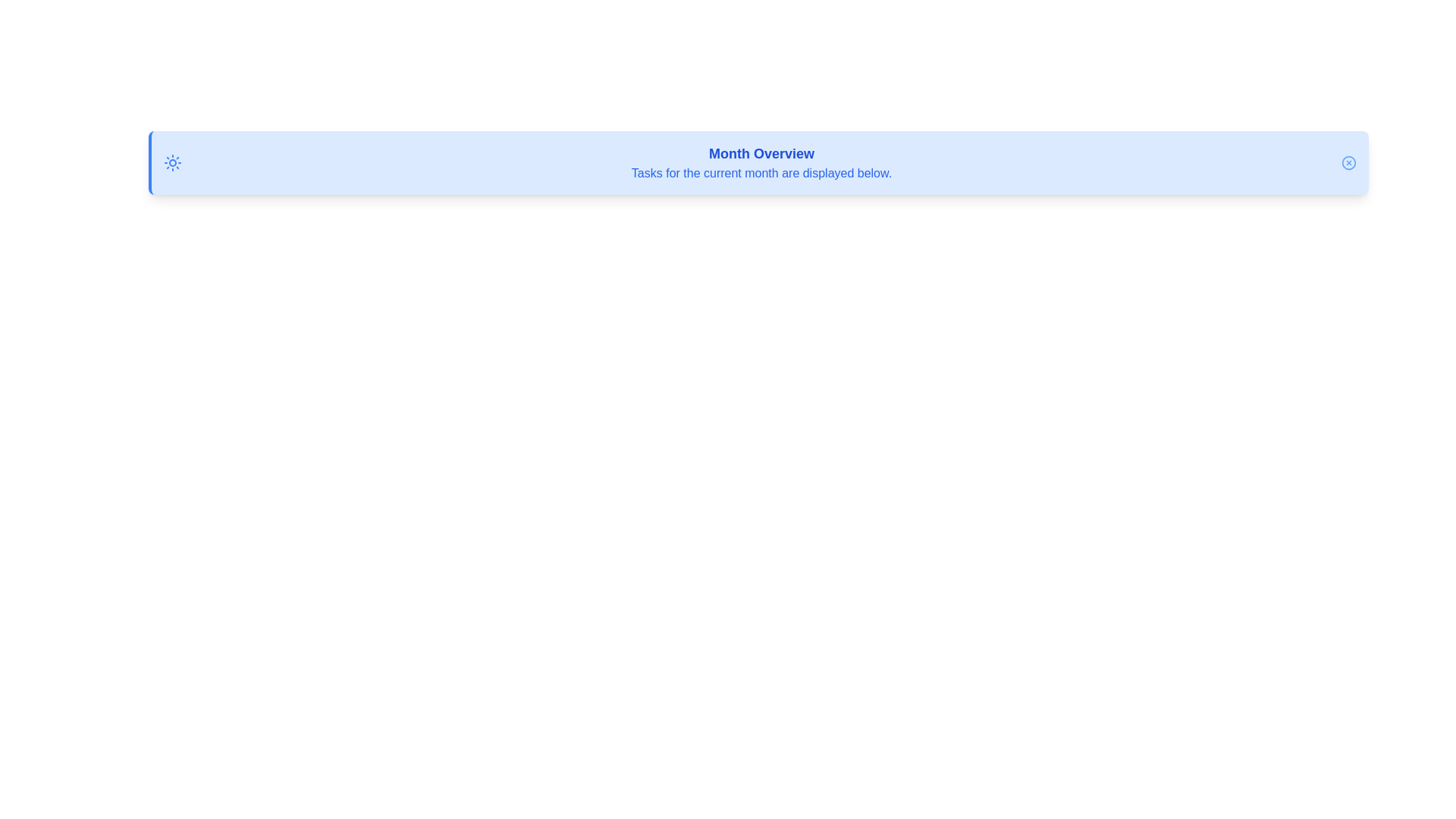 The height and width of the screenshot is (819, 1456). What do you see at coordinates (1349, 163) in the screenshot?
I see `the close button of the alert panel` at bounding box center [1349, 163].